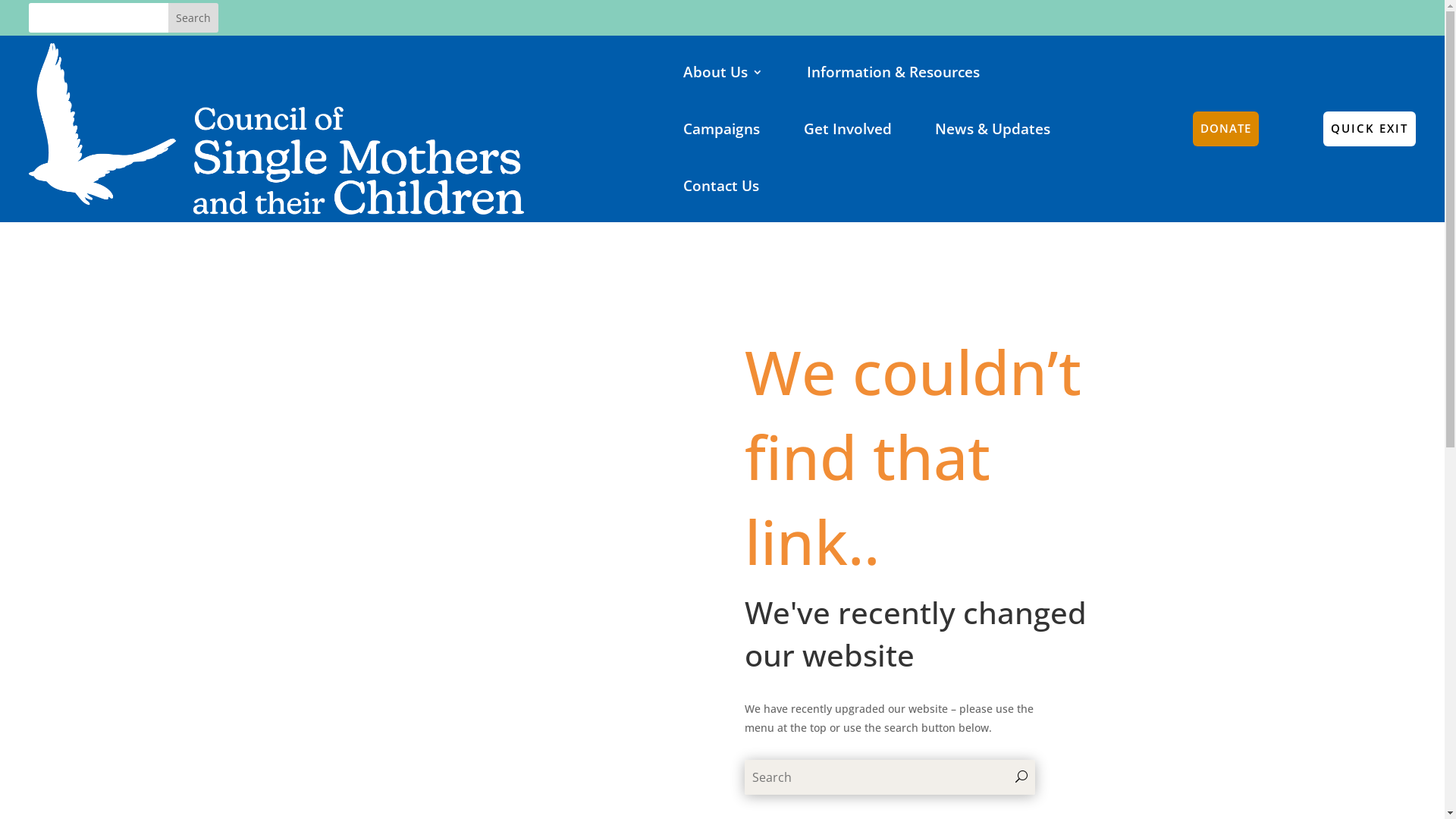  Describe the element at coordinates (720, 185) in the screenshot. I see `'Contact Us'` at that location.